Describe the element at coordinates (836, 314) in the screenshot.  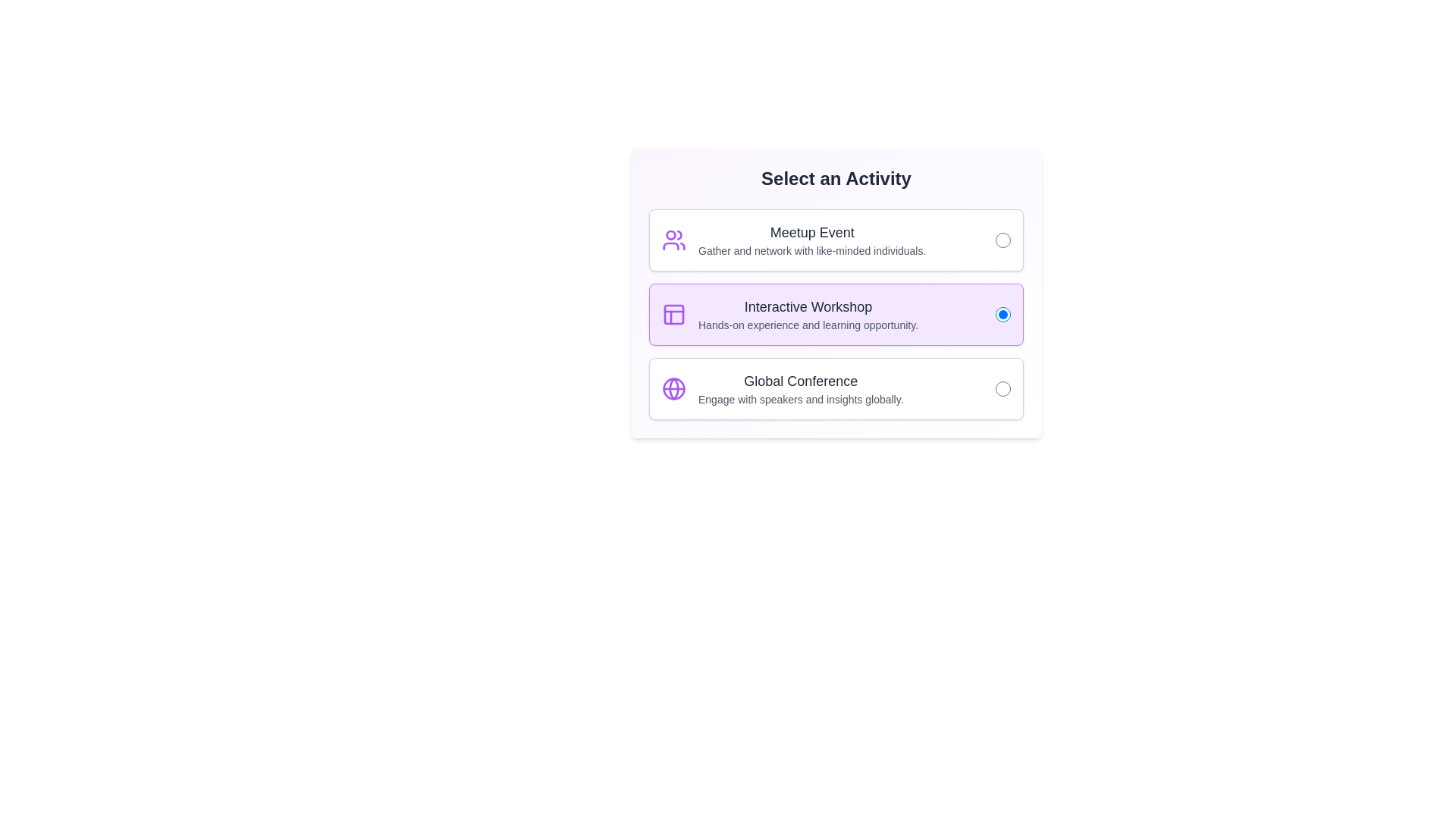
I see `the selectable list item titled 'Interactive Workshop' with a radio button` at that location.